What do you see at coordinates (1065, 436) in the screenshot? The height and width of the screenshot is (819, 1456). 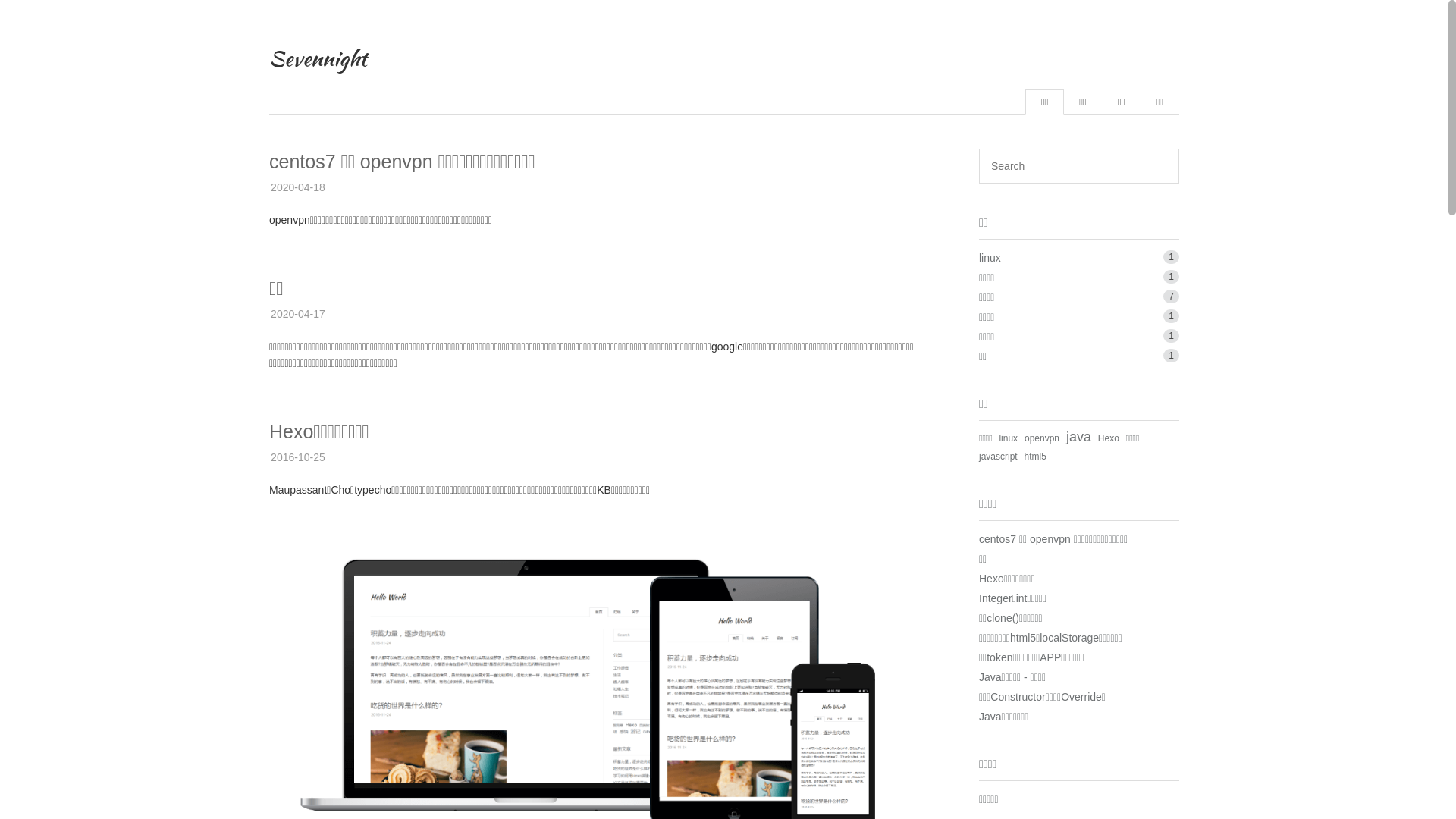 I see `'java'` at bounding box center [1065, 436].